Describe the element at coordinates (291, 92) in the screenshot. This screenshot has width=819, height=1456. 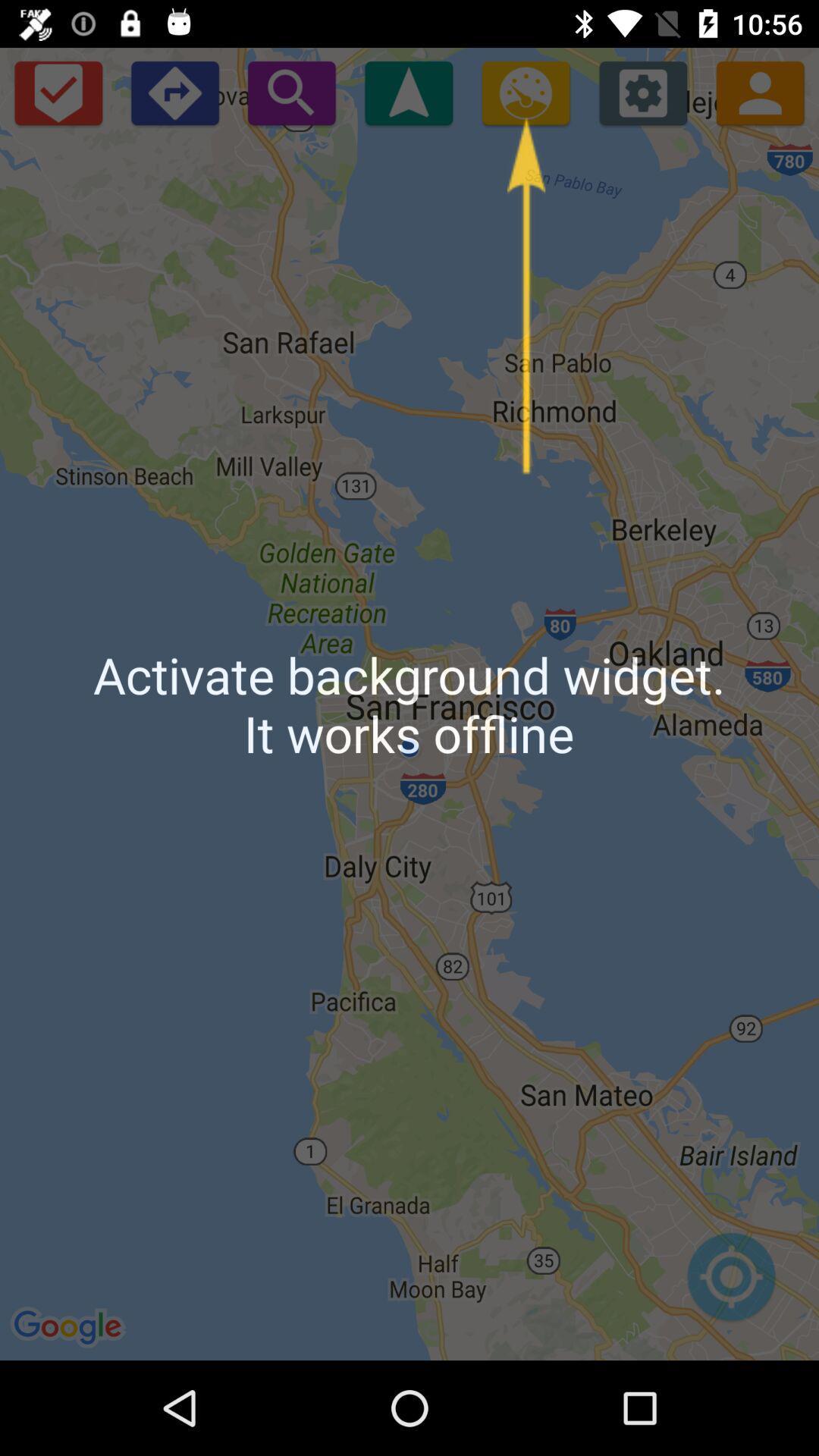
I see `search` at that location.